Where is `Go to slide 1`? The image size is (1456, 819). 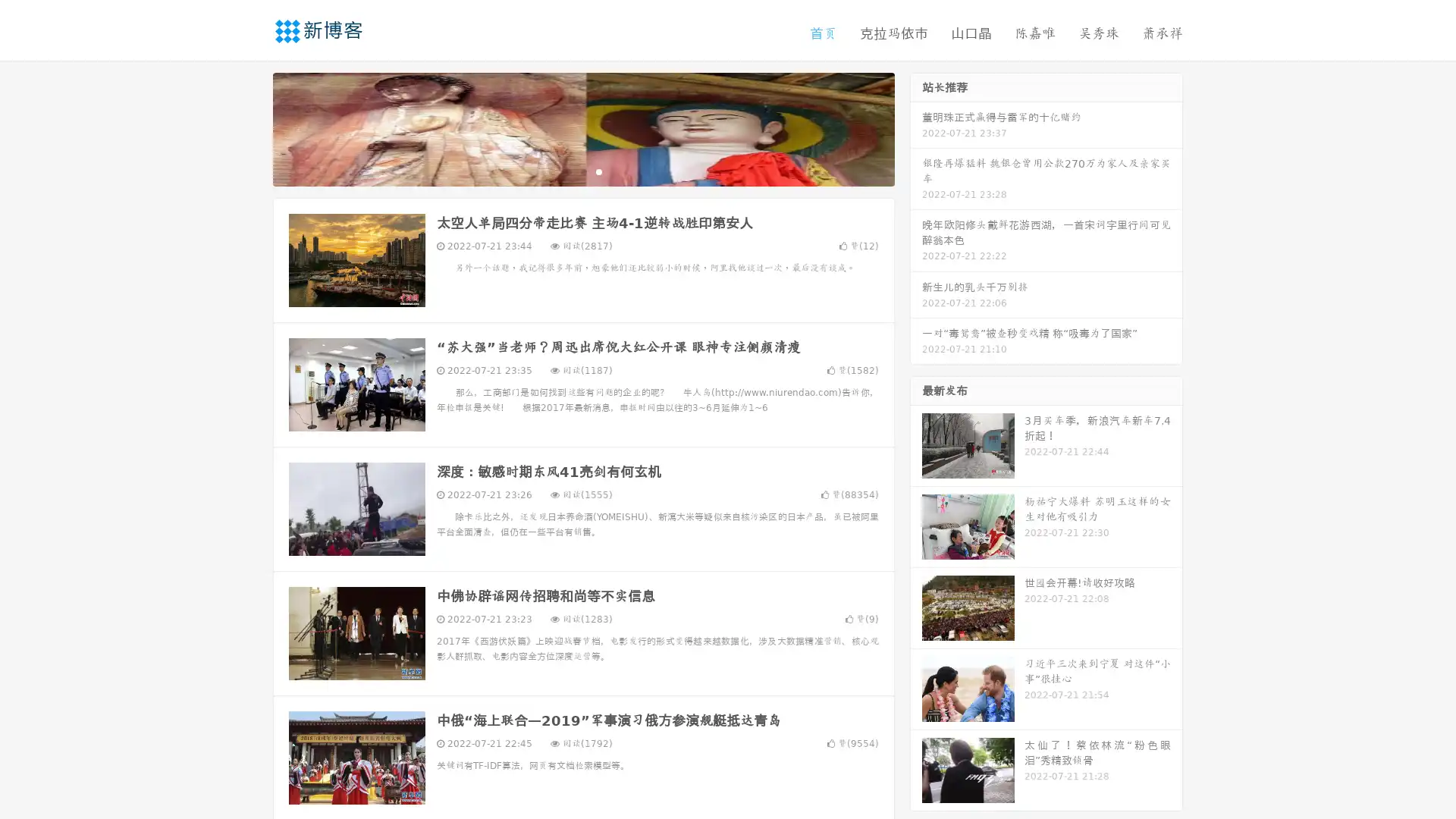
Go to slide 1 is located at coordinates (567, 171).